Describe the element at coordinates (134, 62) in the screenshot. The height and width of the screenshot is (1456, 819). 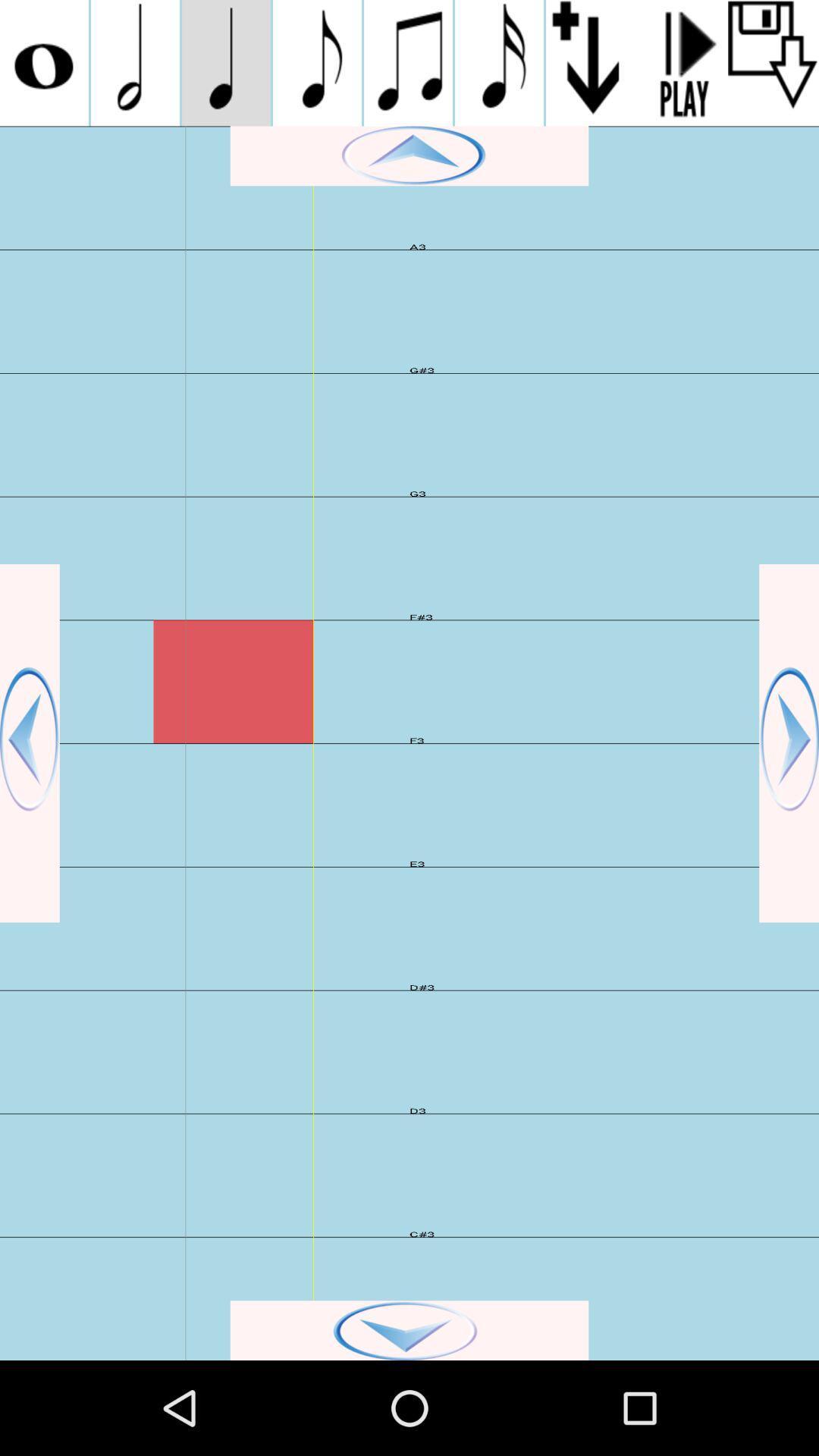
I see `minim` at that location.